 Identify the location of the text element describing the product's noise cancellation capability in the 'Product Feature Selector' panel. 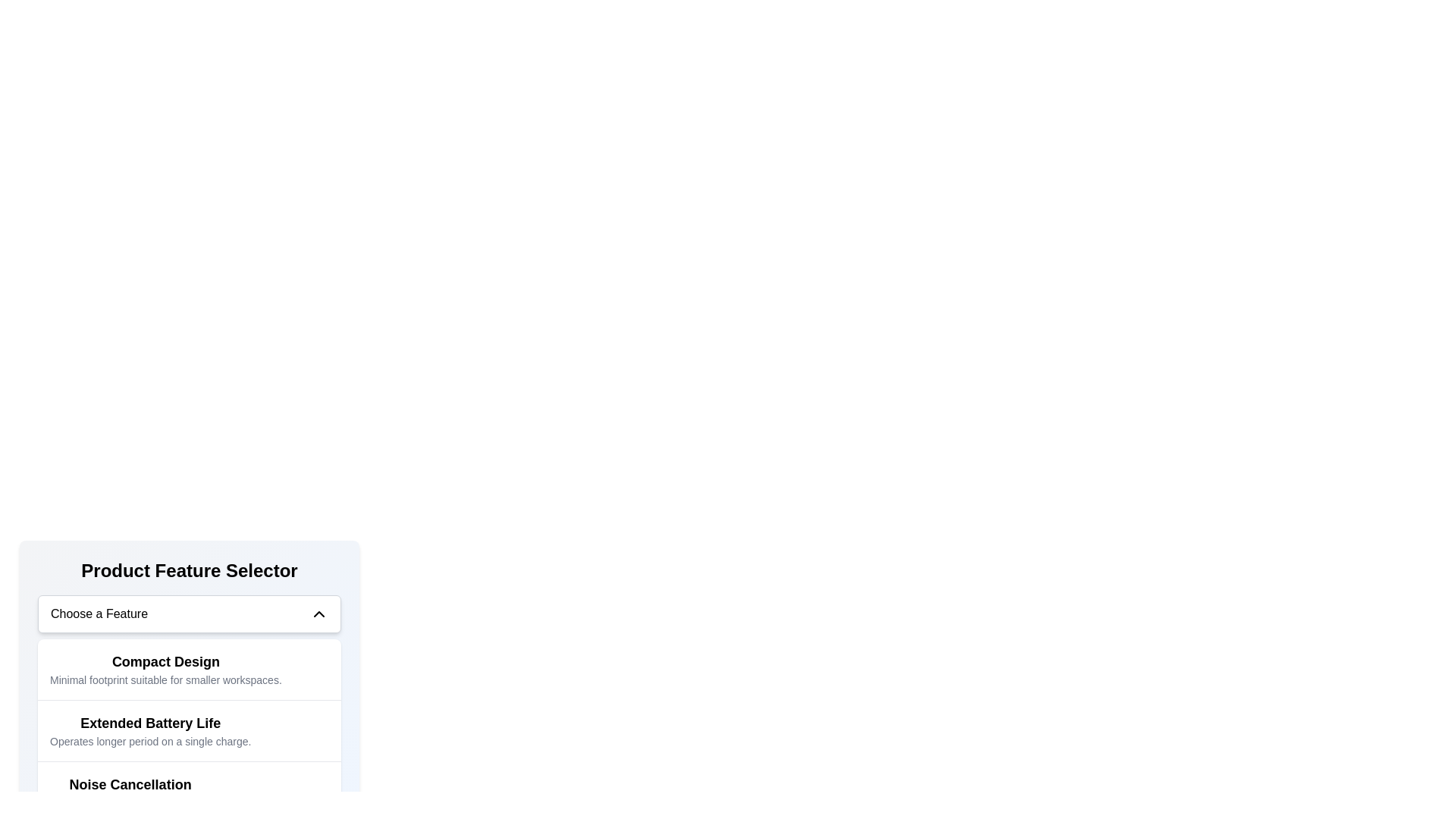
(130, 792).